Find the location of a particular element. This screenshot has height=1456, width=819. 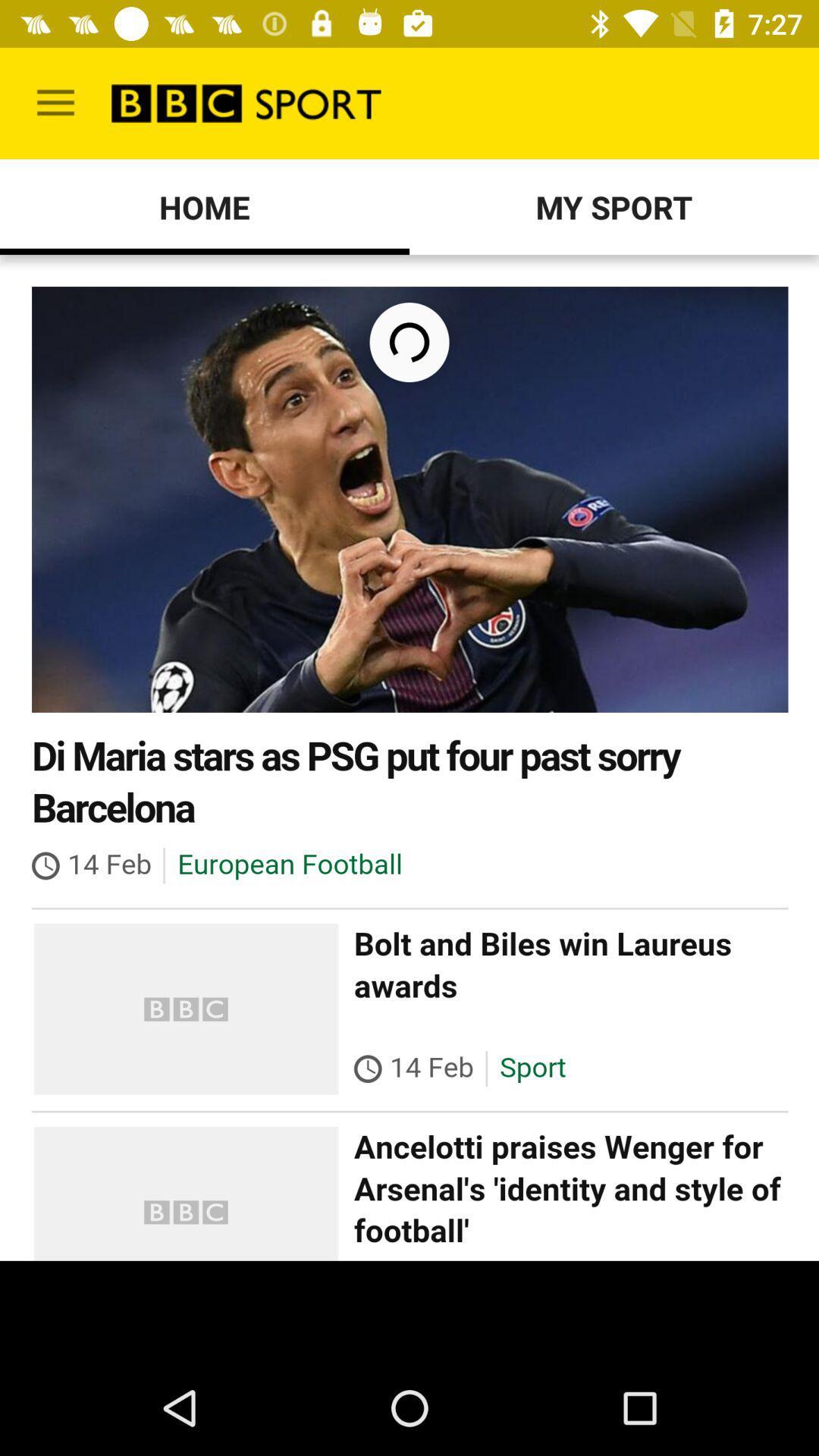

bbc sport is located at coordinates (409, 758).